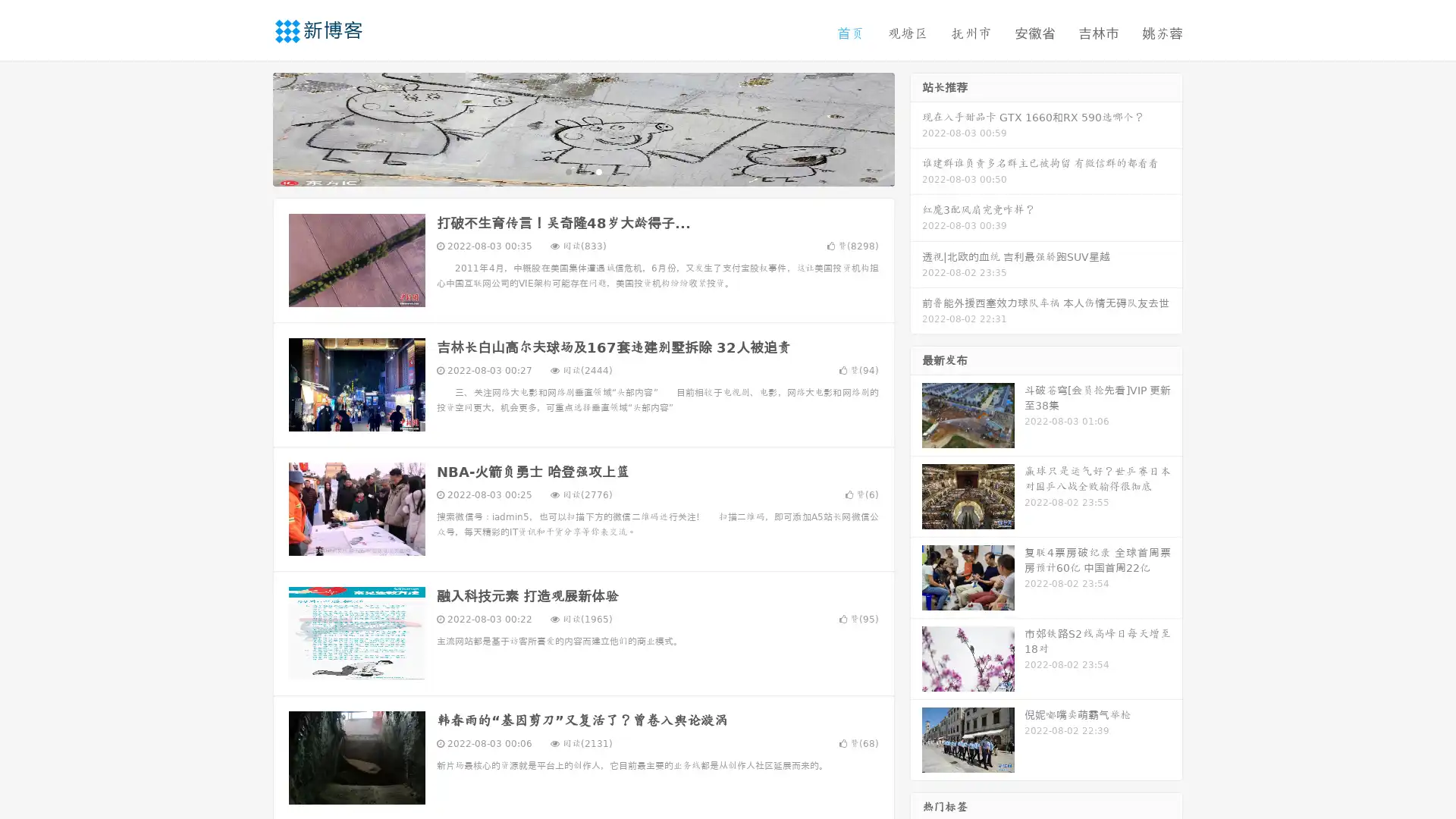  Describe the element at coordinates (567, 171) in the screenshot. I see `Go to slide 1` at that location.